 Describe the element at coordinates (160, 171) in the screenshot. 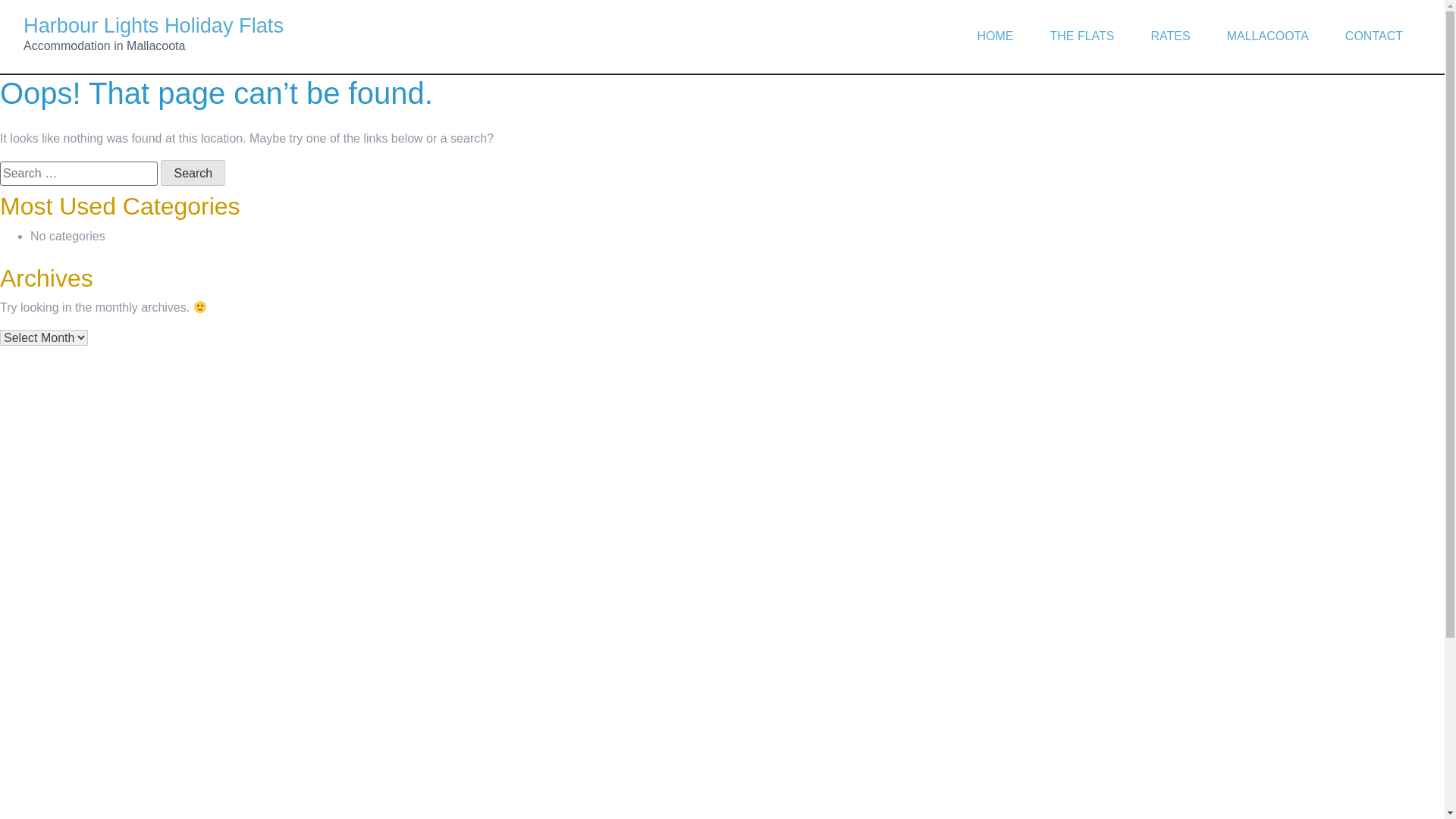

I see `'Search'` at that location.